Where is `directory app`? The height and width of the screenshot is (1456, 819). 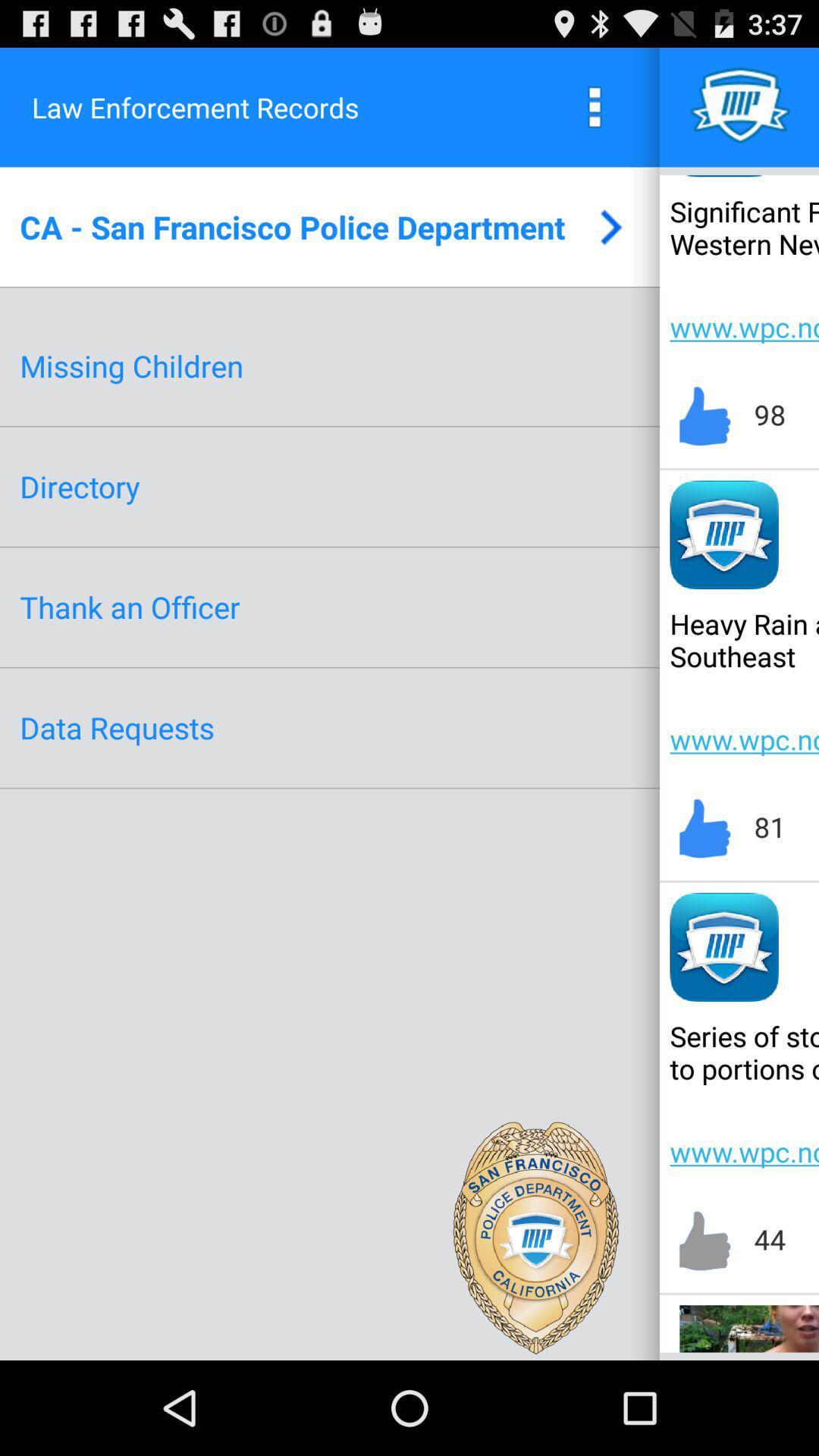 directory app is located at coordinates (80, 486).